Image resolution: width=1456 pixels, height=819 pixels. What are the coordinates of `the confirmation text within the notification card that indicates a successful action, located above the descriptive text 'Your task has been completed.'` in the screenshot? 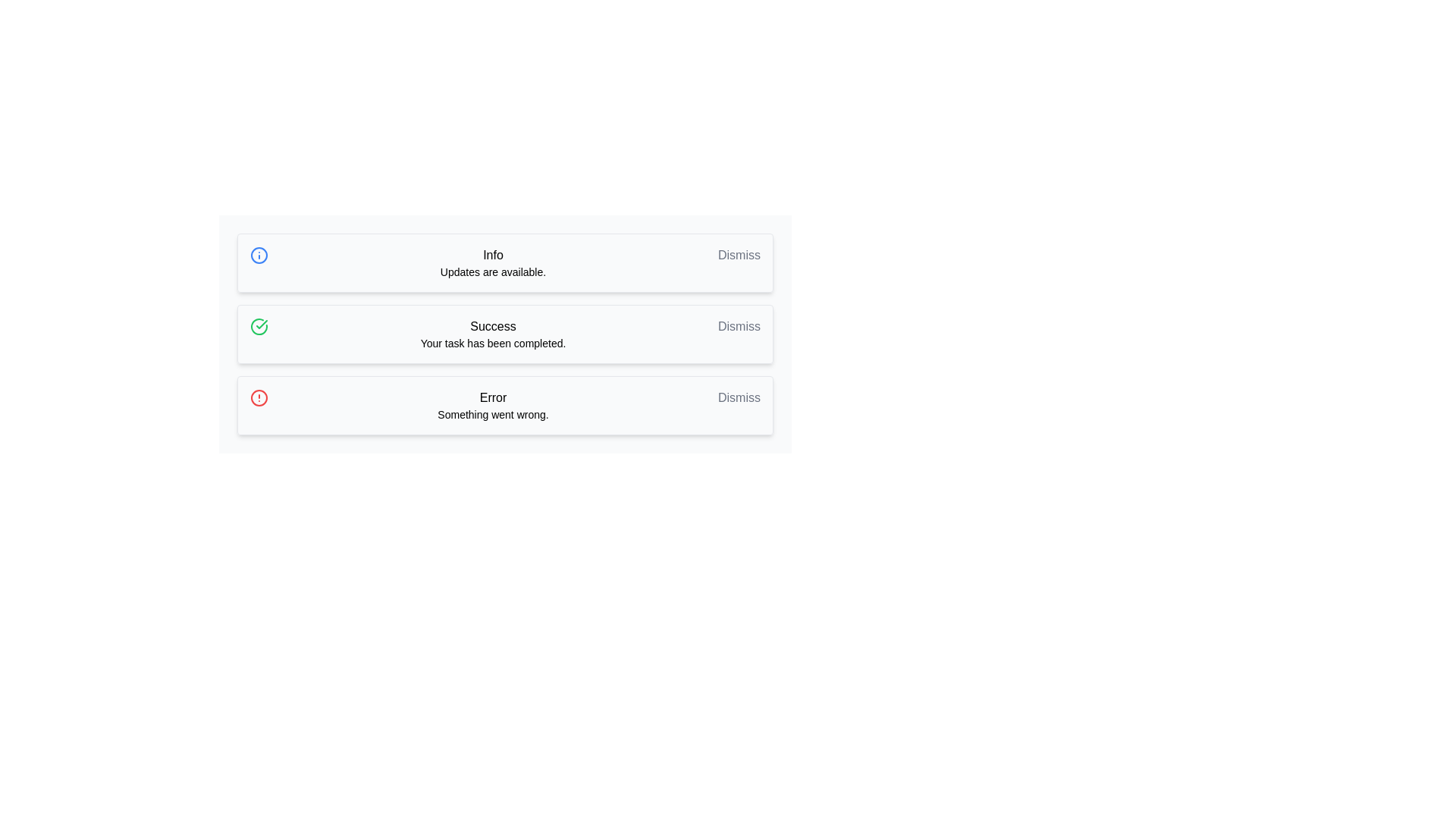 It's located at (493, 326).